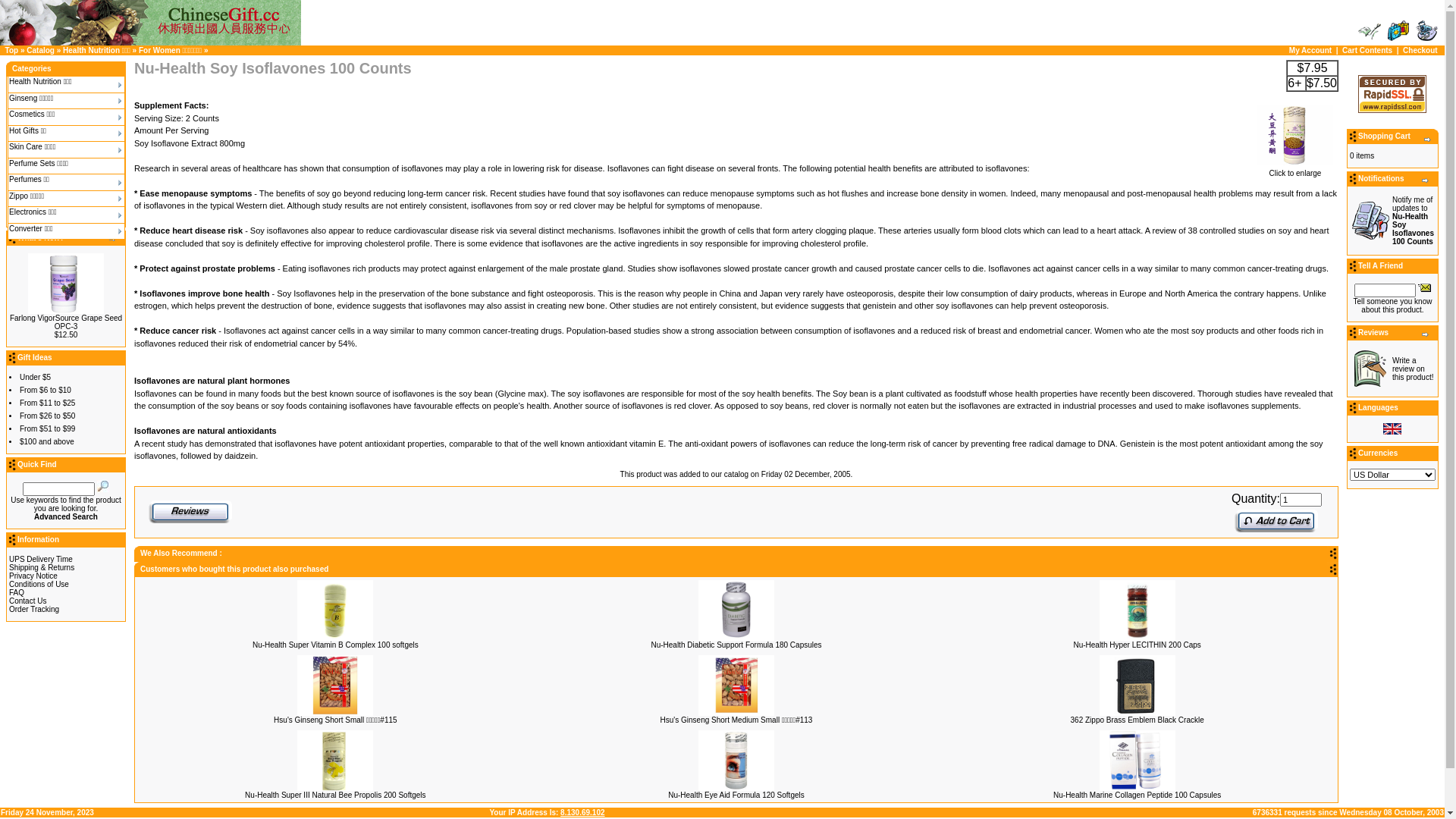 This screenshot has width=1456, height=819. What do you see at coordinates (1136, 644) in the screenshot?
I see `'Nu-Health Hyper LECITHIN 200 Caps'` at bounding box center [1136, 644].